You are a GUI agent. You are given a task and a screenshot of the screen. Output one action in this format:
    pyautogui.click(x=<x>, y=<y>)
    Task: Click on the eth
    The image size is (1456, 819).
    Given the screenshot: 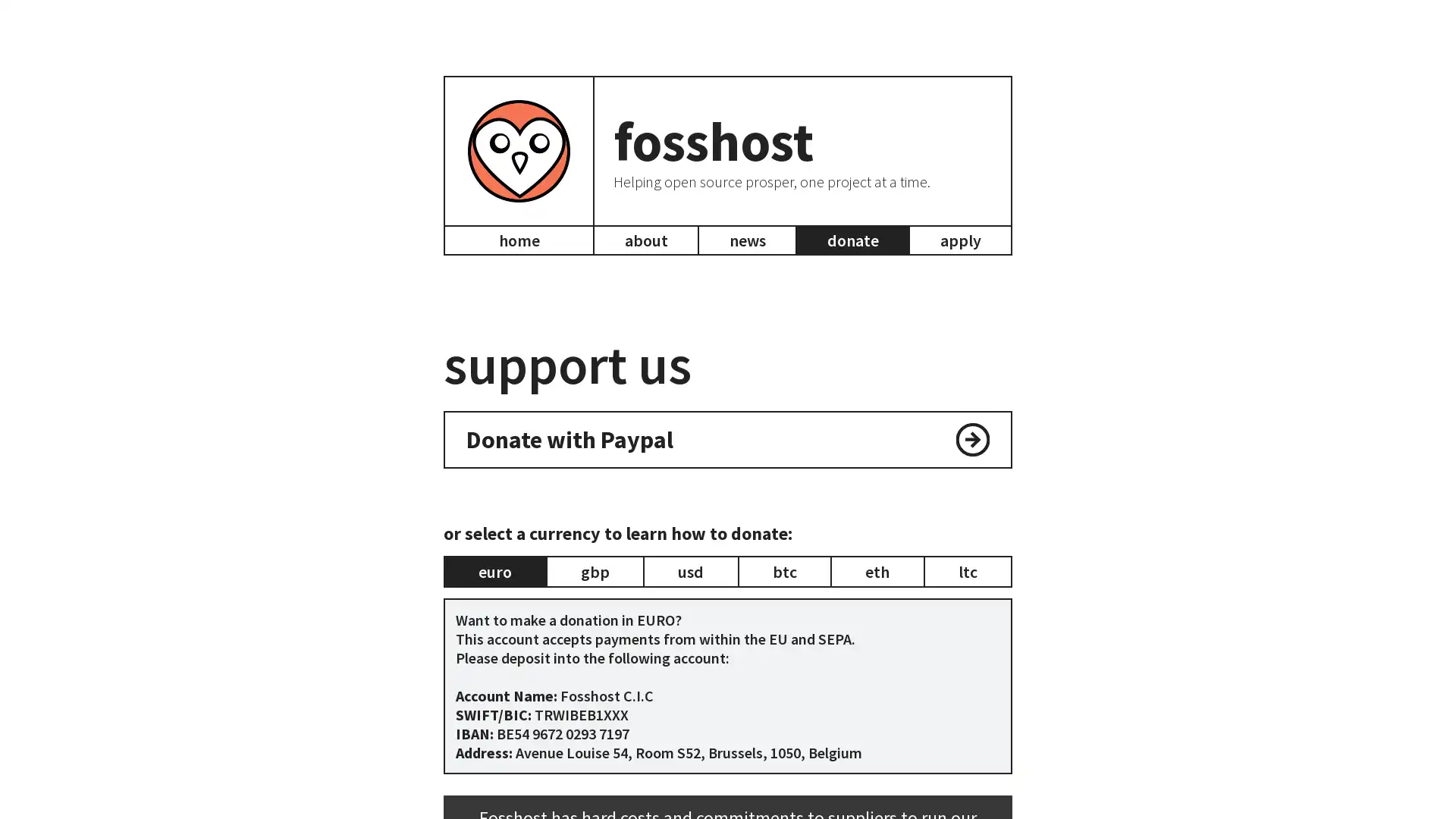 What is the action you would take?
    pyautogui.click(x=877, y=571)
    